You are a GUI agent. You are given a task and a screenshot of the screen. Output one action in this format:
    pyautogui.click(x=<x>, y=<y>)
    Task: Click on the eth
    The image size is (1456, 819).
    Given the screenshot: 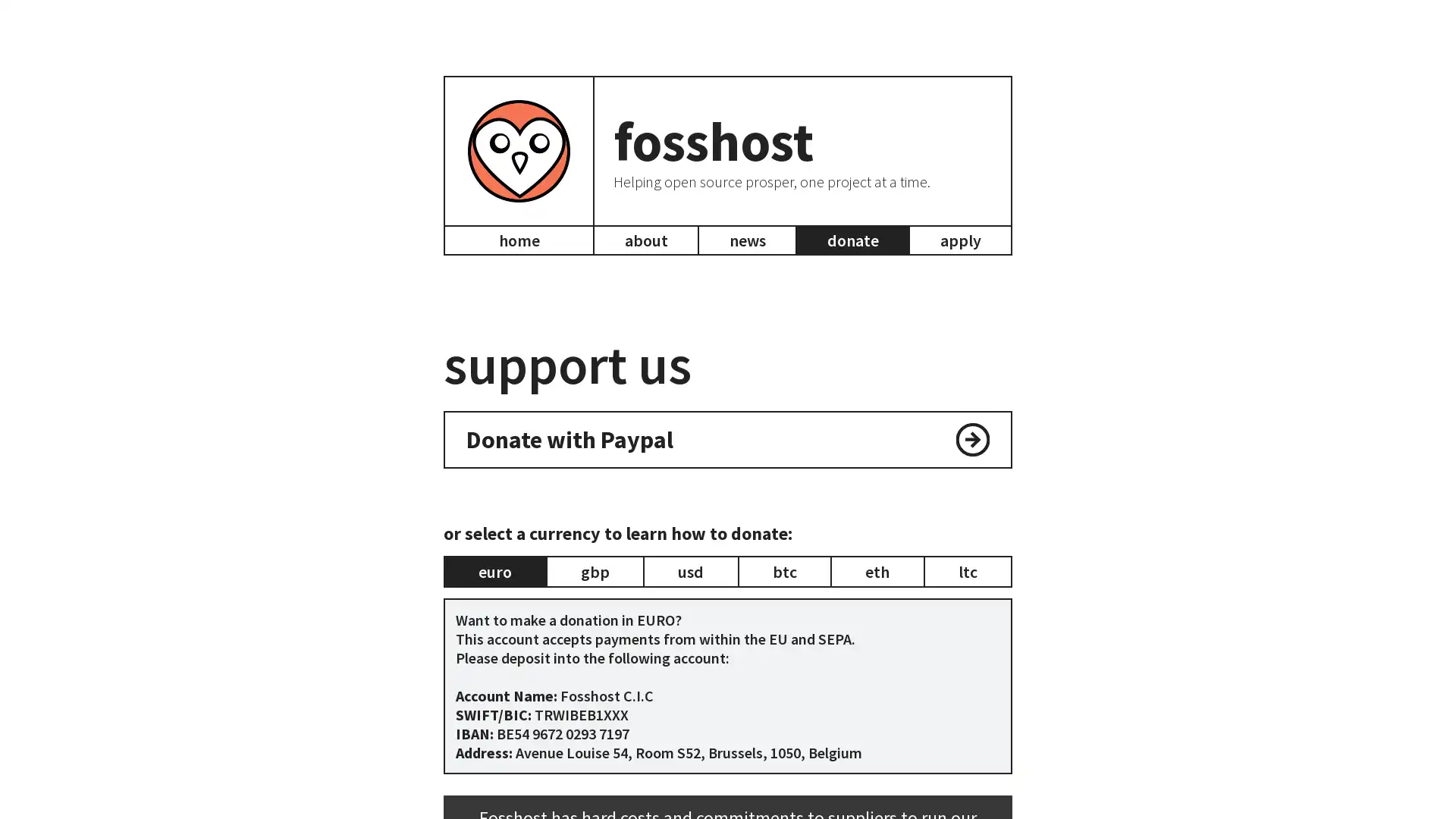 What is the action you would take?
    pyautogui.click(x=877, y=571)
    